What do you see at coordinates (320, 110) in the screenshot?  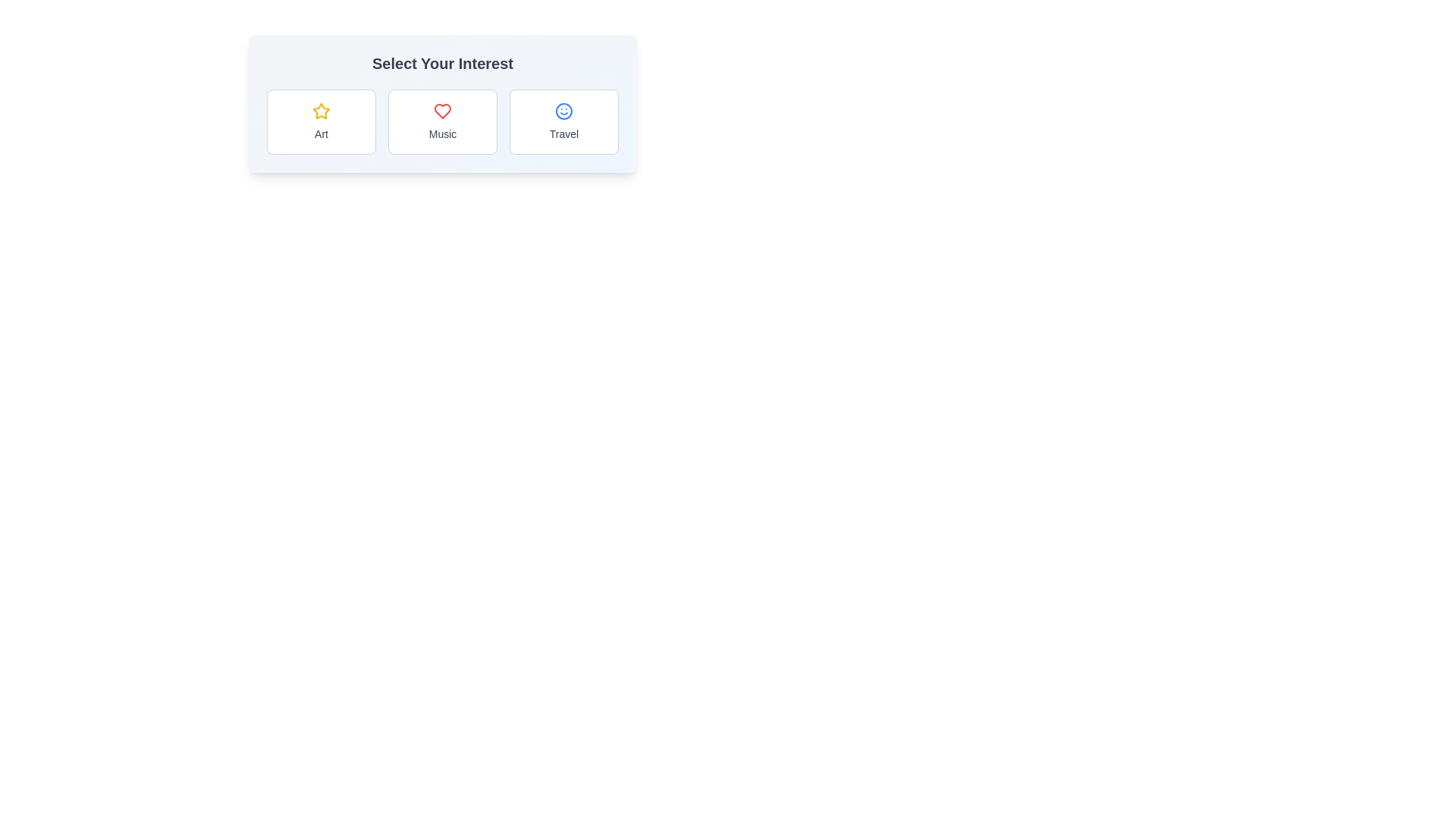 I see `the state of the star-shaped SVG icon with a yellow outline, located within the 'Art' button group, positioned above the label 'Art'` at bounding box center [320, 110].